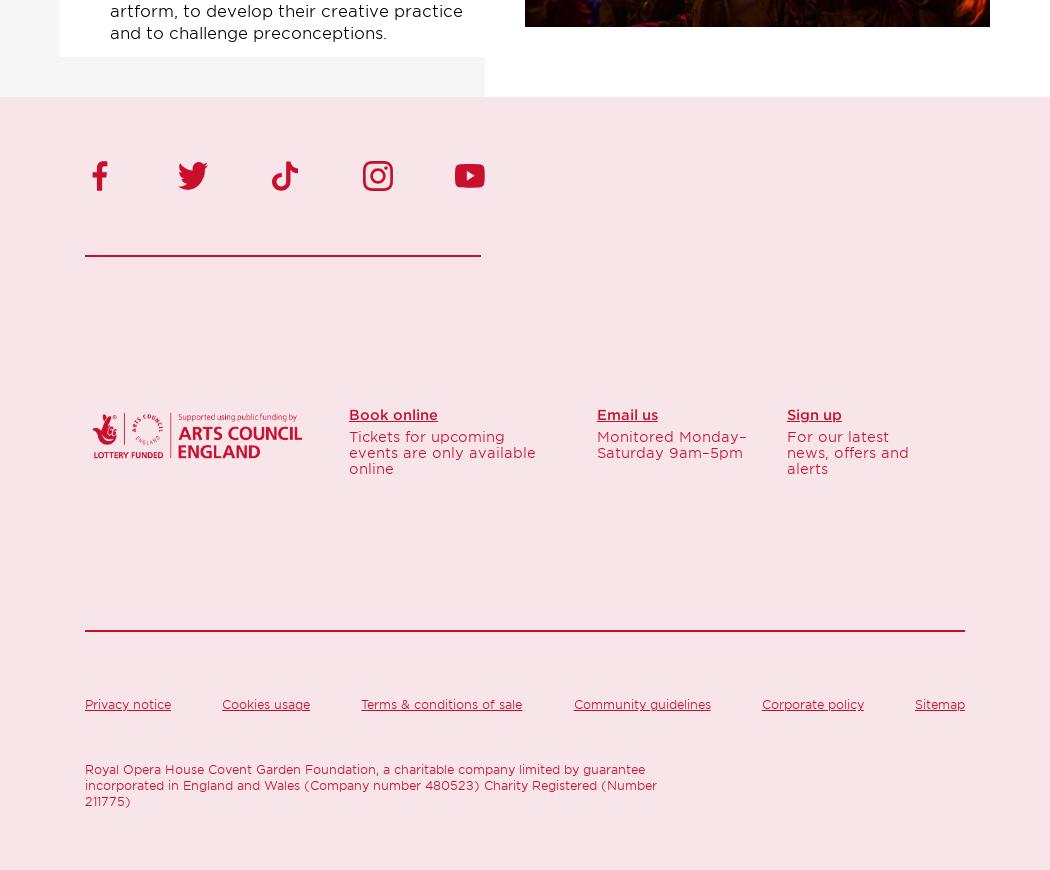 The image size is (1050, 870). I want to click on 'Monitored Monday–Saturday 9am–5pm', so click(669, 444).